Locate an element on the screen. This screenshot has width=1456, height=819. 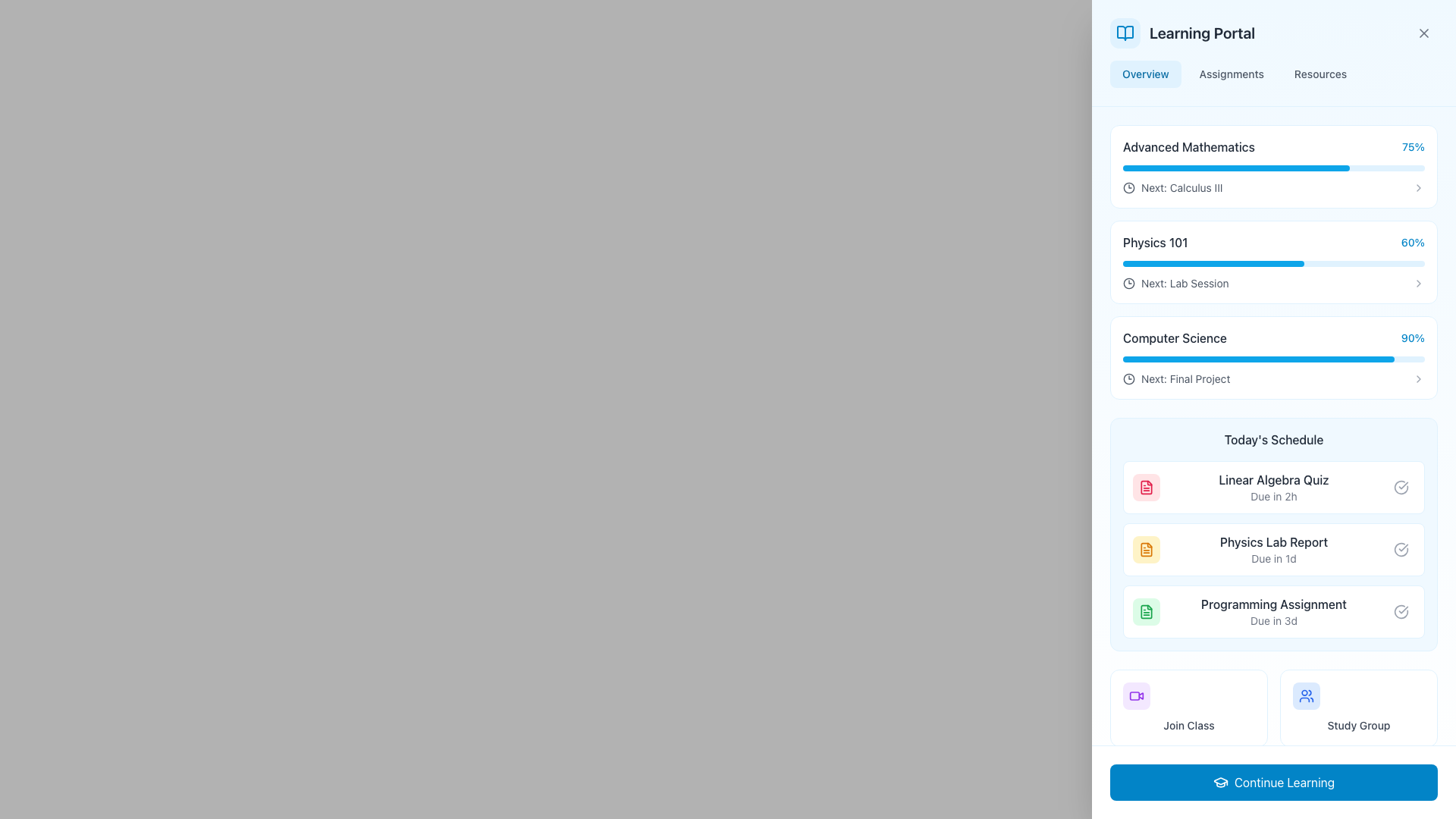
the progress bar indicating 75% completion under the 'Advanced Mathematics' section is located at coordinates (1274, 168).